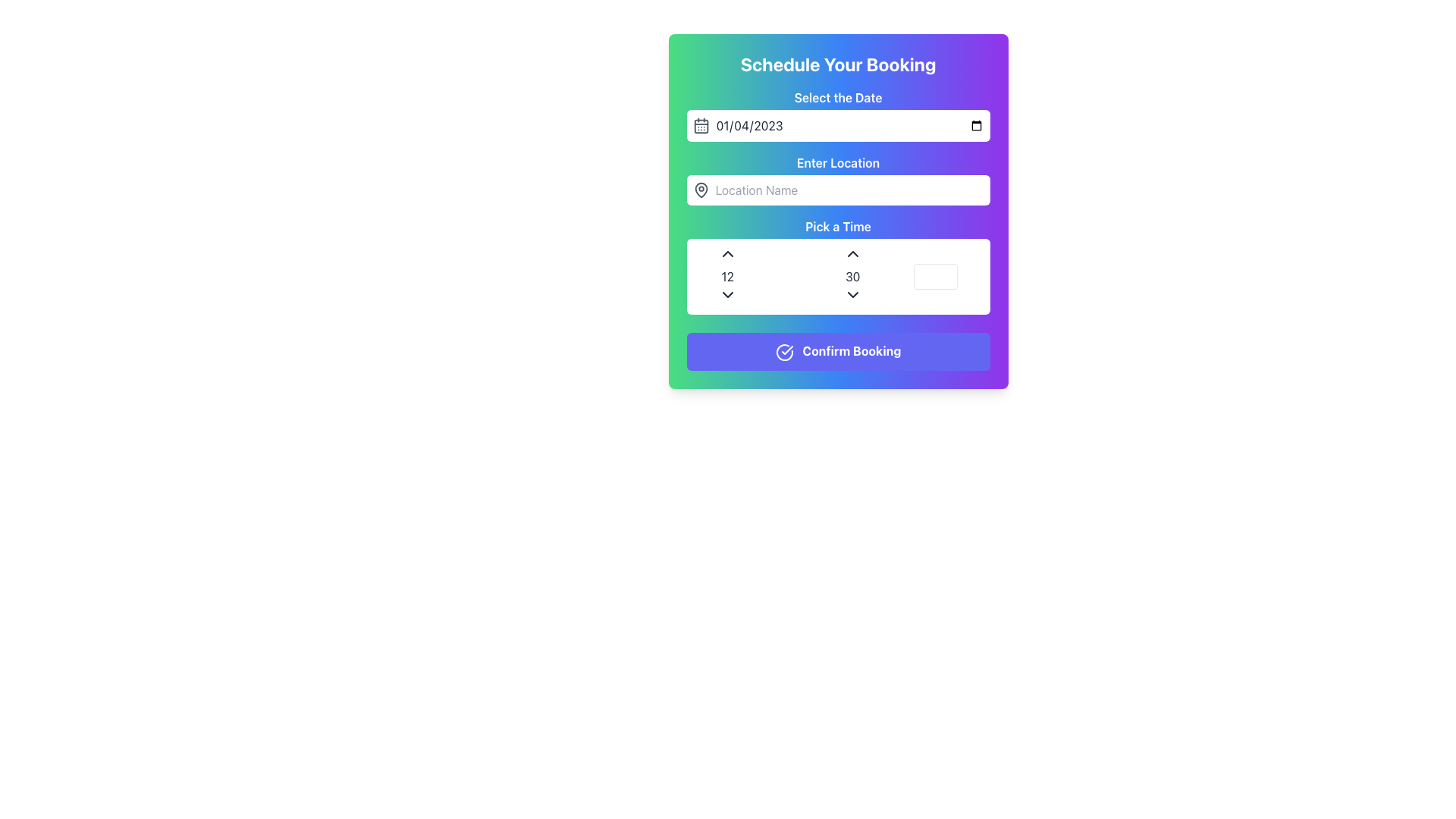  What do you see at coordinates (787, 350) in the screenshot?
I see `the checkmark icon within the 'Confirm Booking' button, which visually signifies confirmation of the action` at bounding box center [787, 350].